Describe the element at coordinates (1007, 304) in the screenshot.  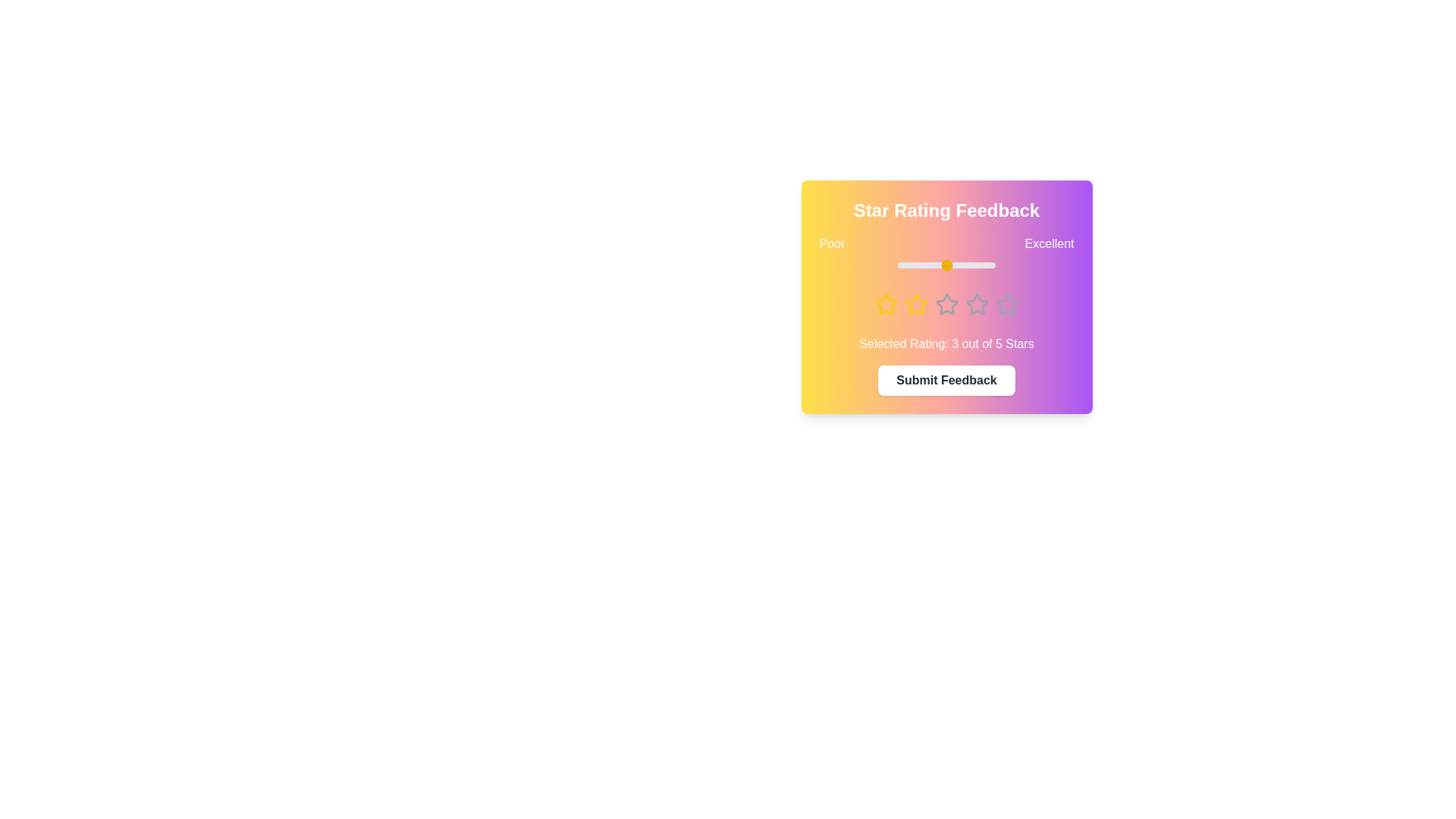
I see `the star corresponding to the desired rating 5` at that location.